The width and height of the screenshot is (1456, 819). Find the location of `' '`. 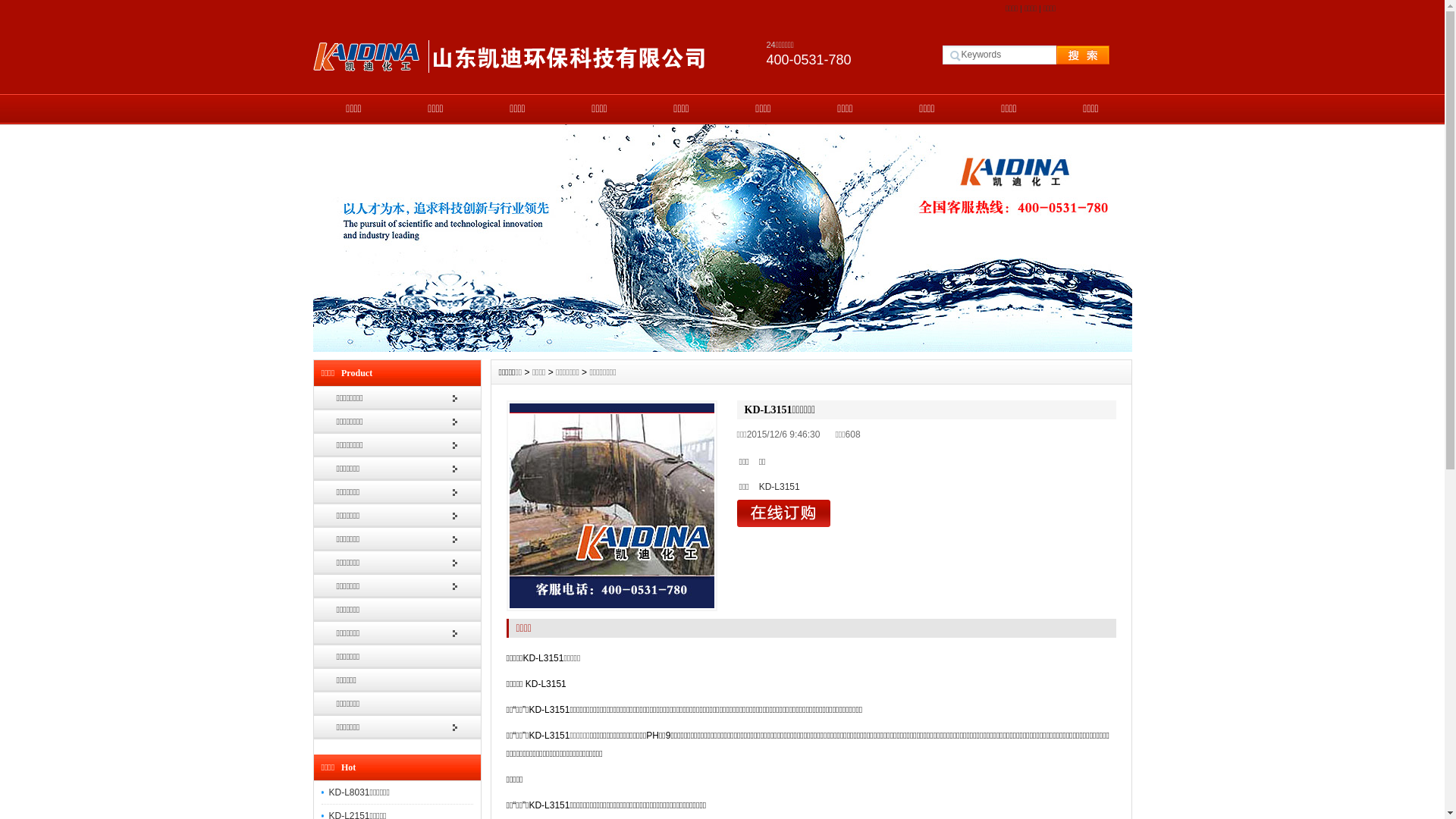

' ' is located at coordinates (1068, 54).